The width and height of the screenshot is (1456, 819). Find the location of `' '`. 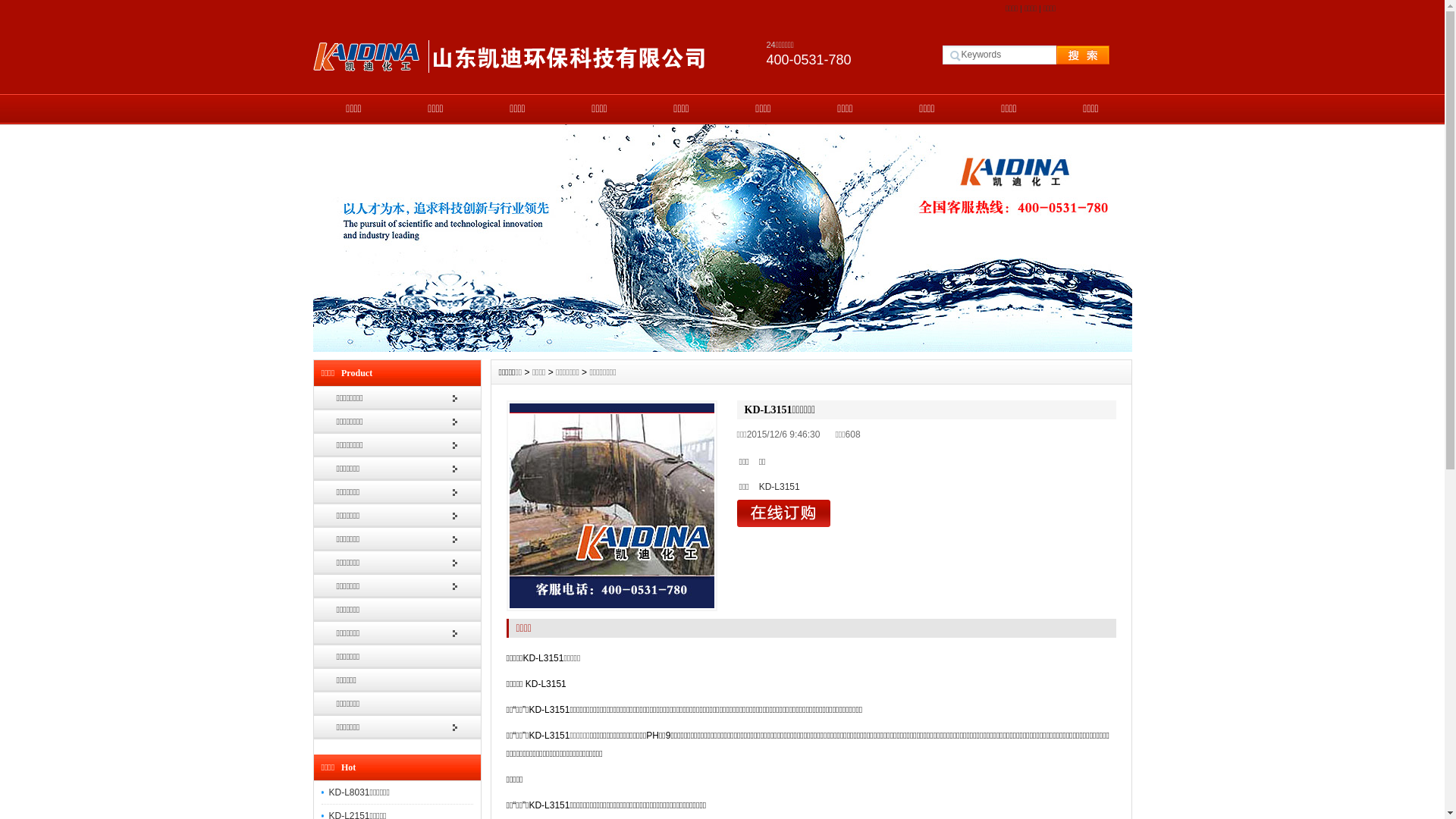

' ' is located at coordinates (1068, 54).